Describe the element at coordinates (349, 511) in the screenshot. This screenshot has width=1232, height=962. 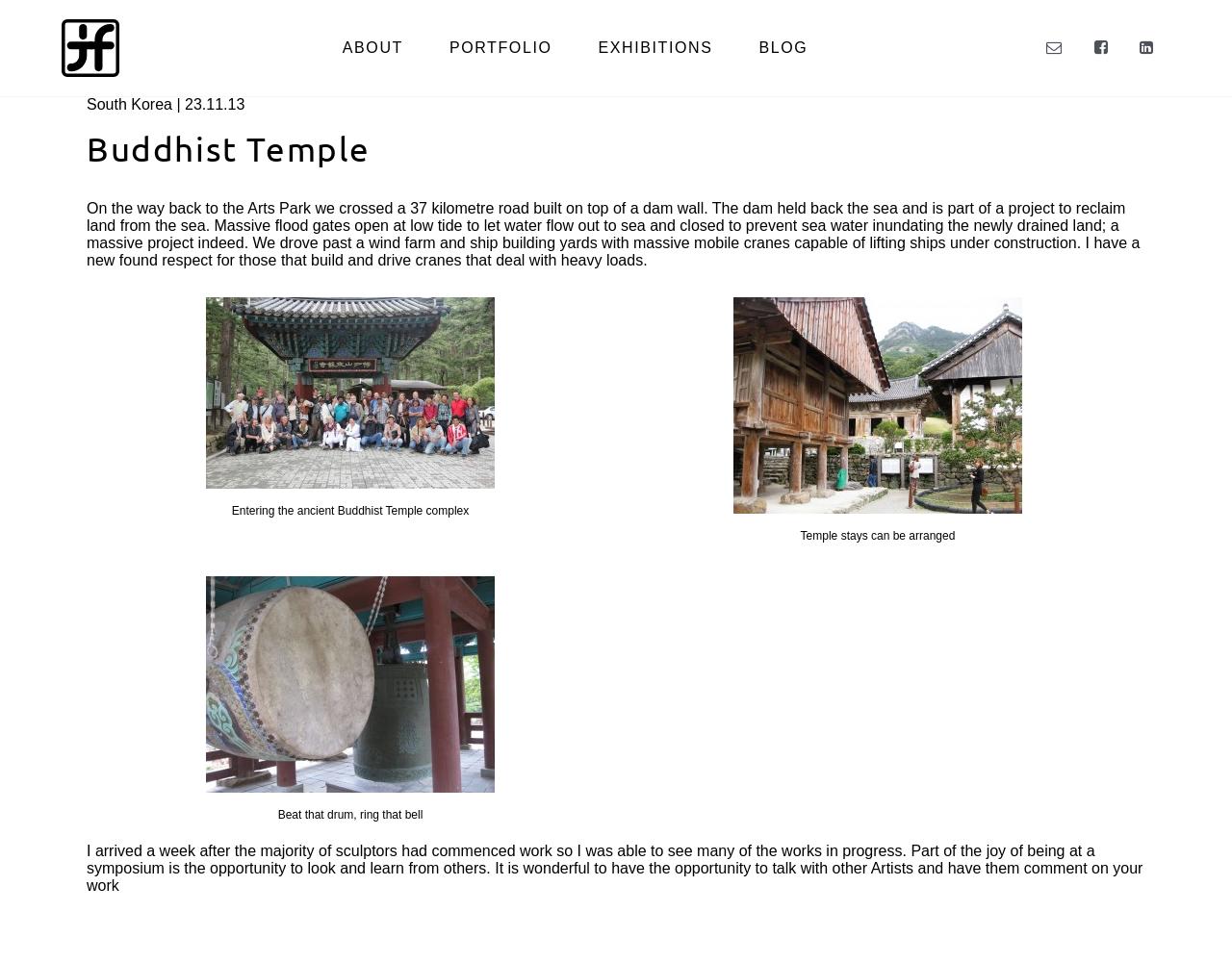
I see `'Entering the ancient Buddhist Temple complex'` at that location.